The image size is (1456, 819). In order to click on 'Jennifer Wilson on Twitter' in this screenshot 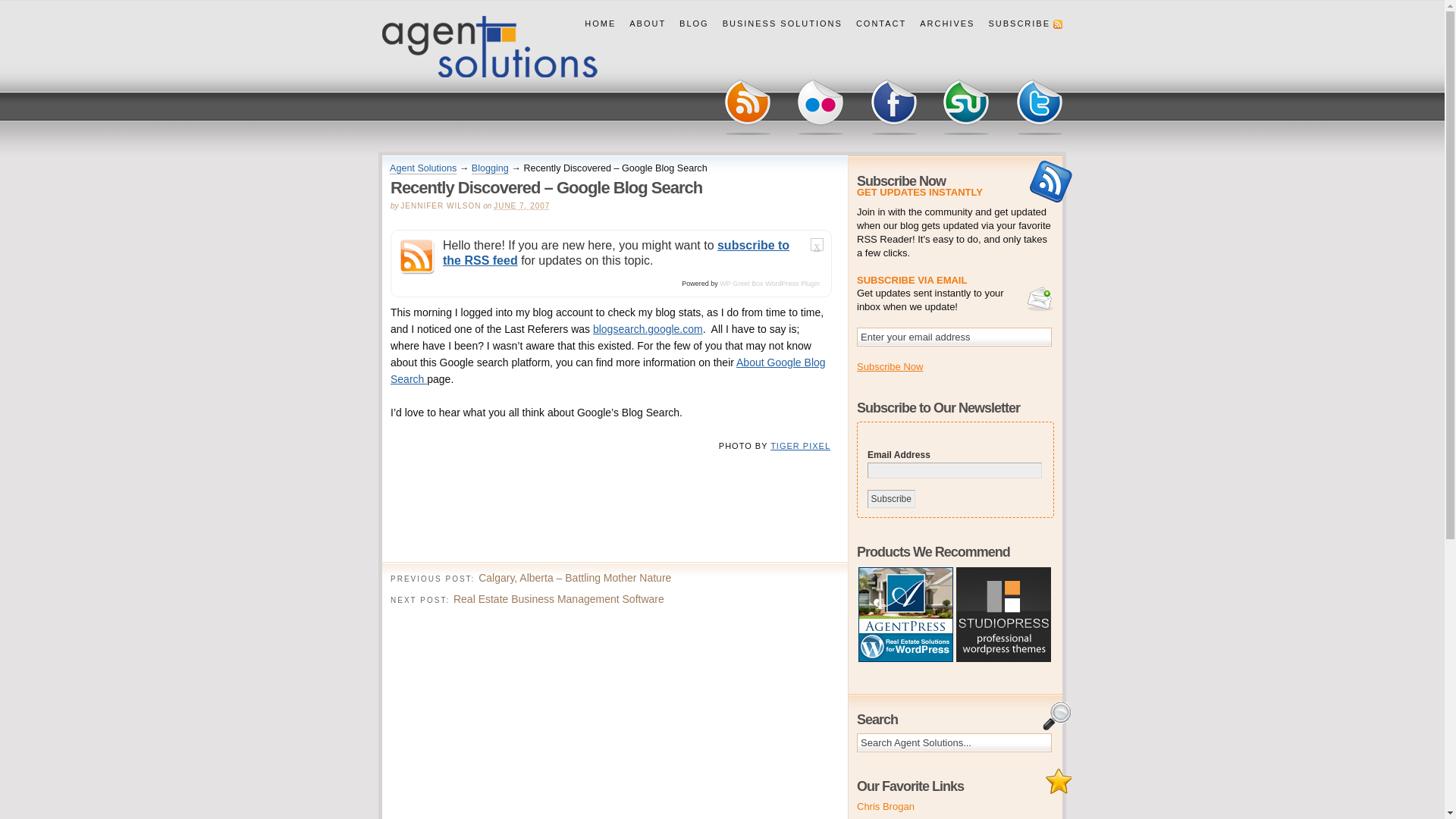, I will do `click(1038, 107)`.